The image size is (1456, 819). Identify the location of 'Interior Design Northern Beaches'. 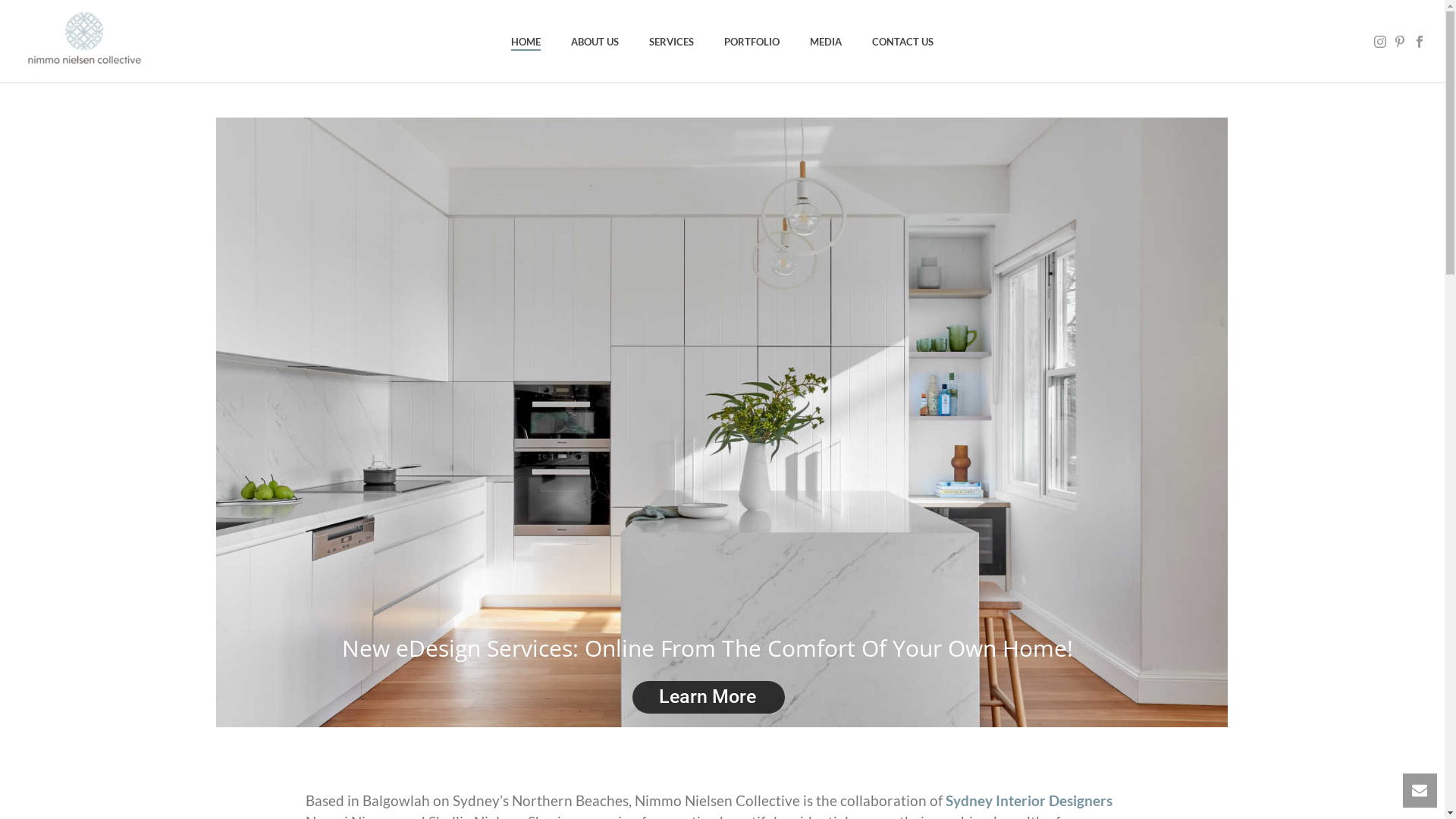
(83, 40).